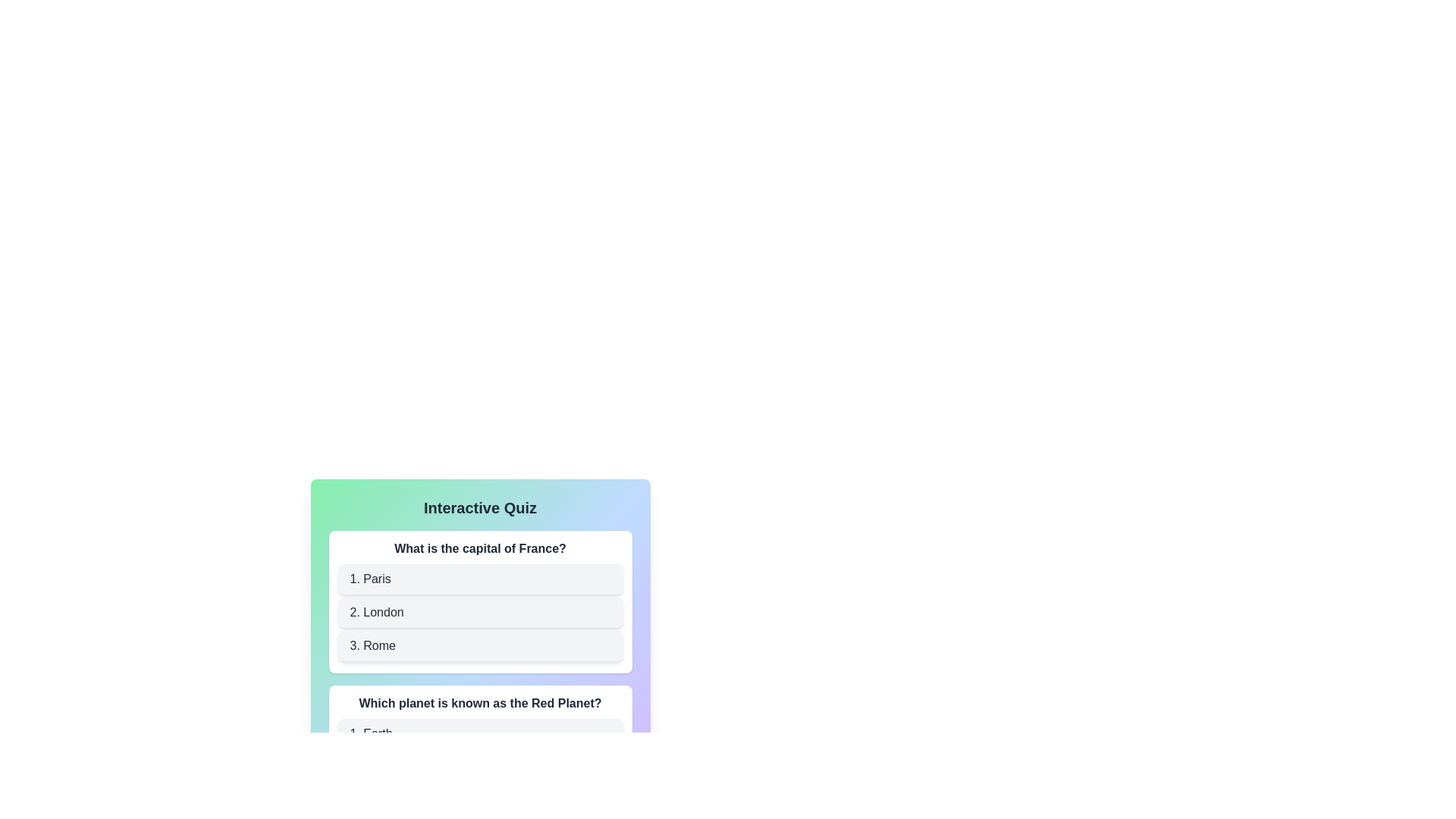 The width and height of the screenshot is (1456, 819). I want to click on the text label that displays the question 'Which planet is known as the Red Planet?' located at the top of the quiz card interface, so click(479, 704).